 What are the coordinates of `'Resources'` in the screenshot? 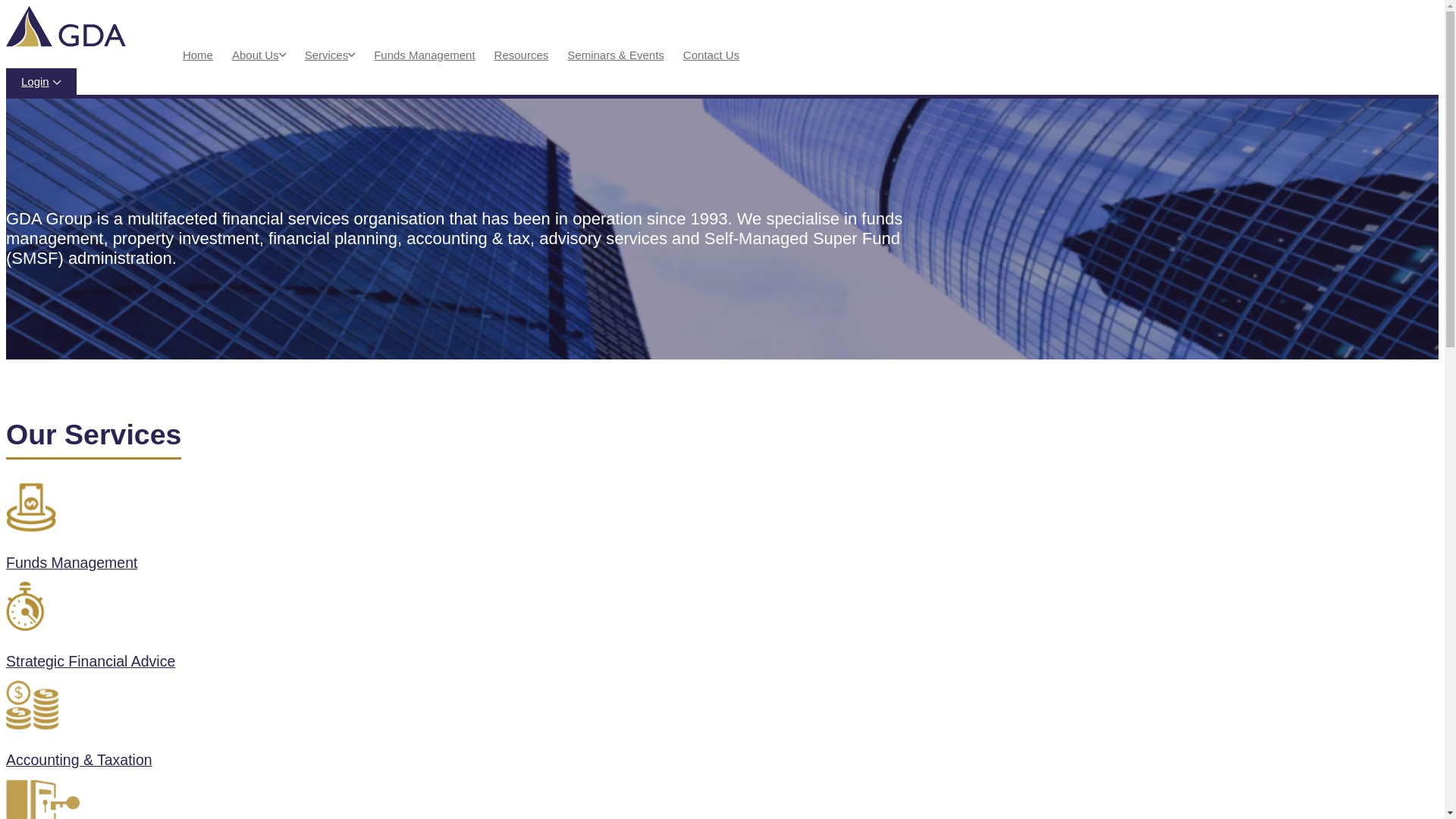 It's located at (521, 54).